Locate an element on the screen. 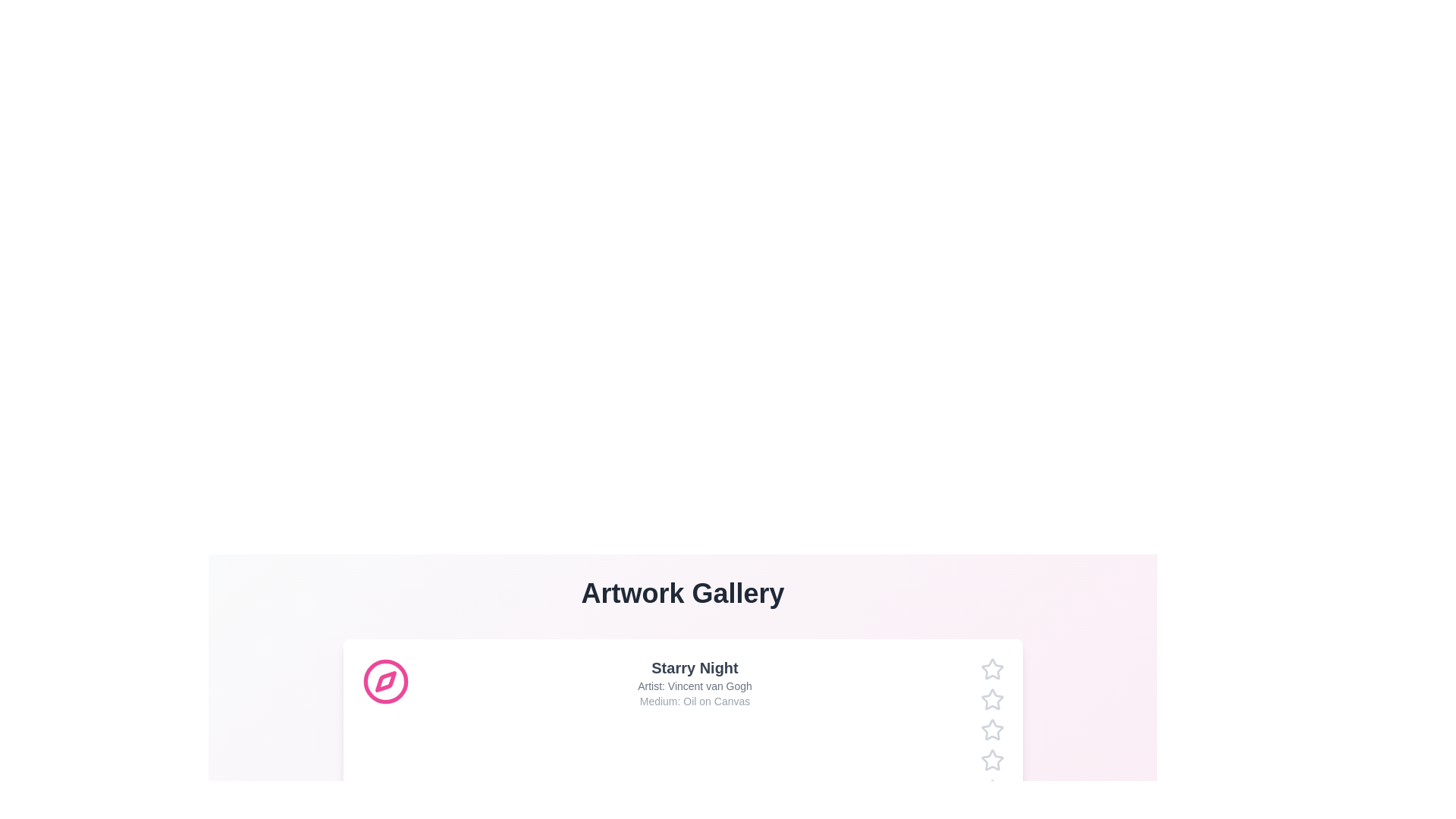 The image size is (1456, 819). the rating for the artwork 'Starry Night' to 3 stars is located at coordinates (980, 730).